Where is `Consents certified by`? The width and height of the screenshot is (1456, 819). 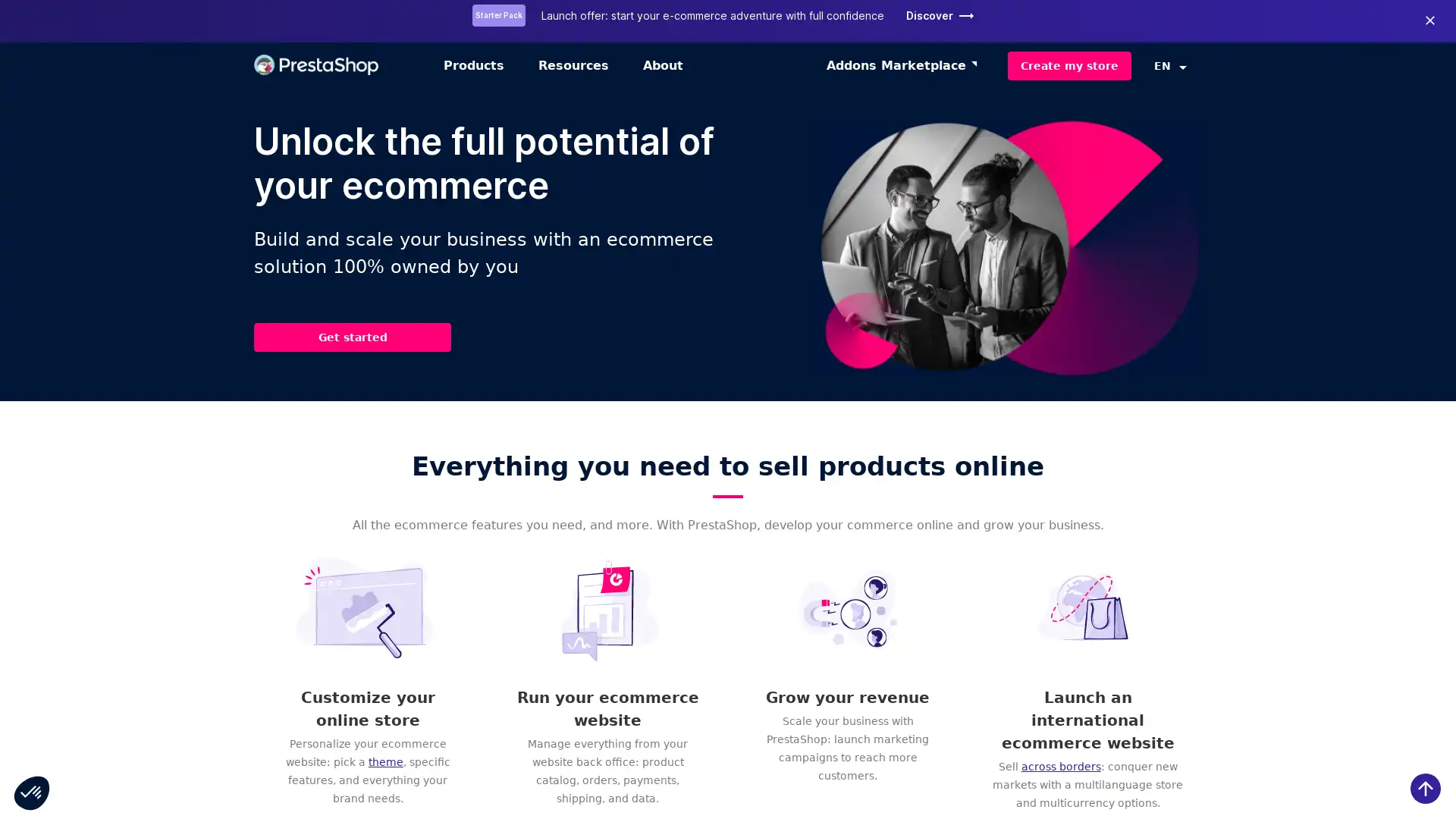 Consents certified by is located at coordinates (174, 716).